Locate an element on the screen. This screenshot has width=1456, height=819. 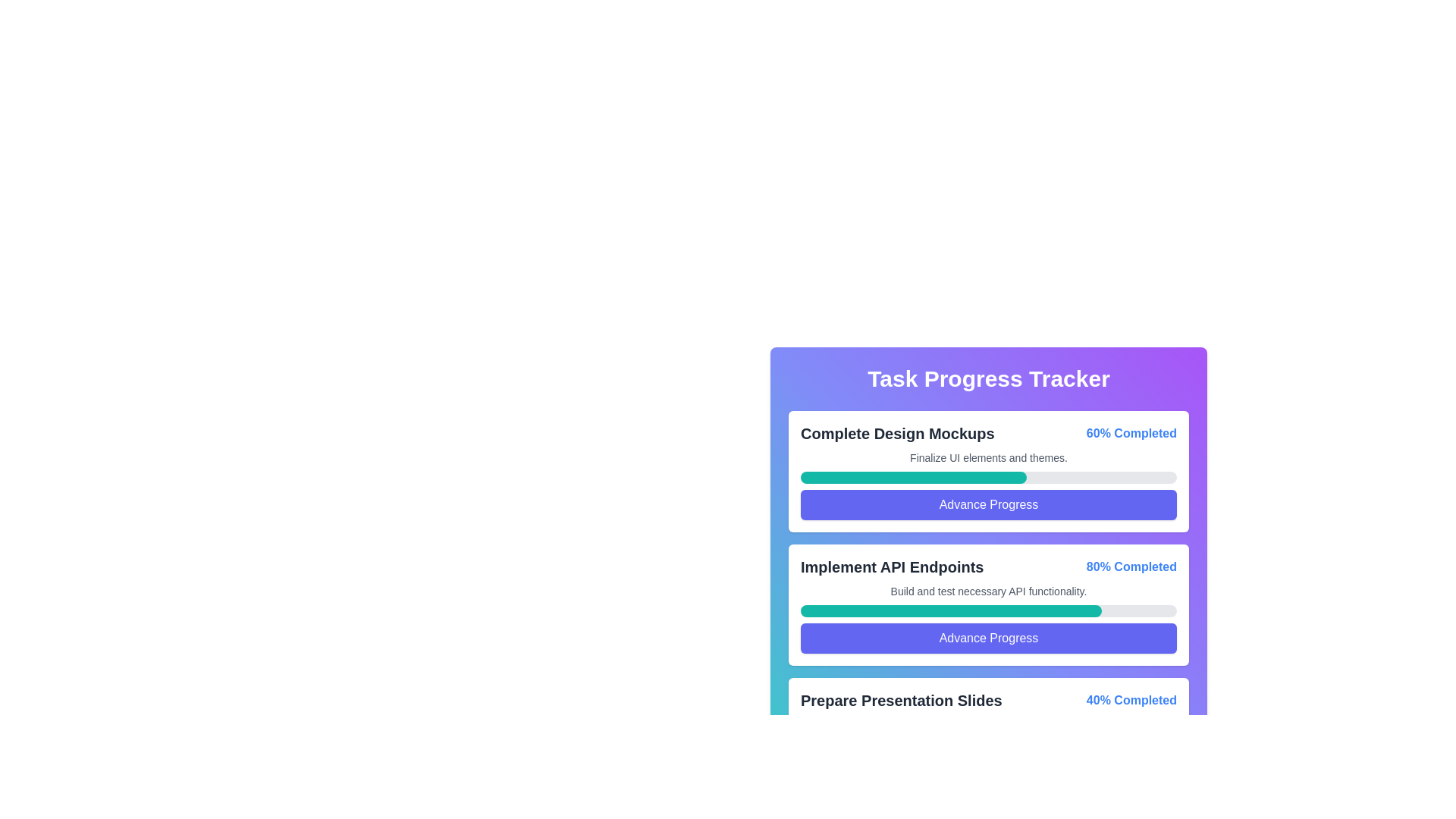
the static text displaying 'Build and test necessary API functionality.' which is located below the 'Implement API Endpoints' section header and above the progress bar is located at coordinates (989, 590).